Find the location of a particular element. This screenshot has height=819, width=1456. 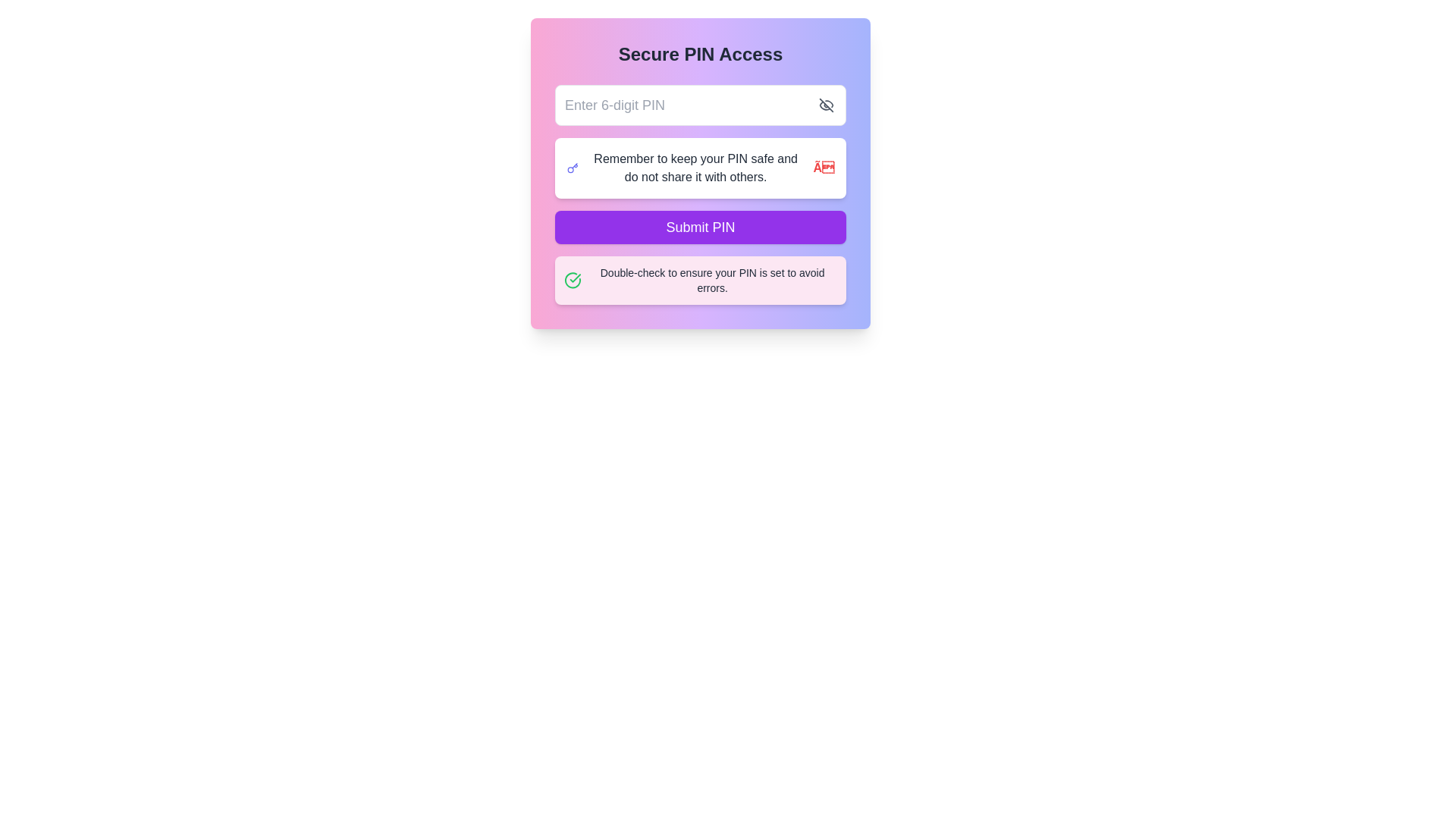

the Text Label that informs users about verifying their PIN settings, located centrally within a pink-highlighted notification box, to the right of a green circular icon with a checkmark is located at coordinates (711, 281).